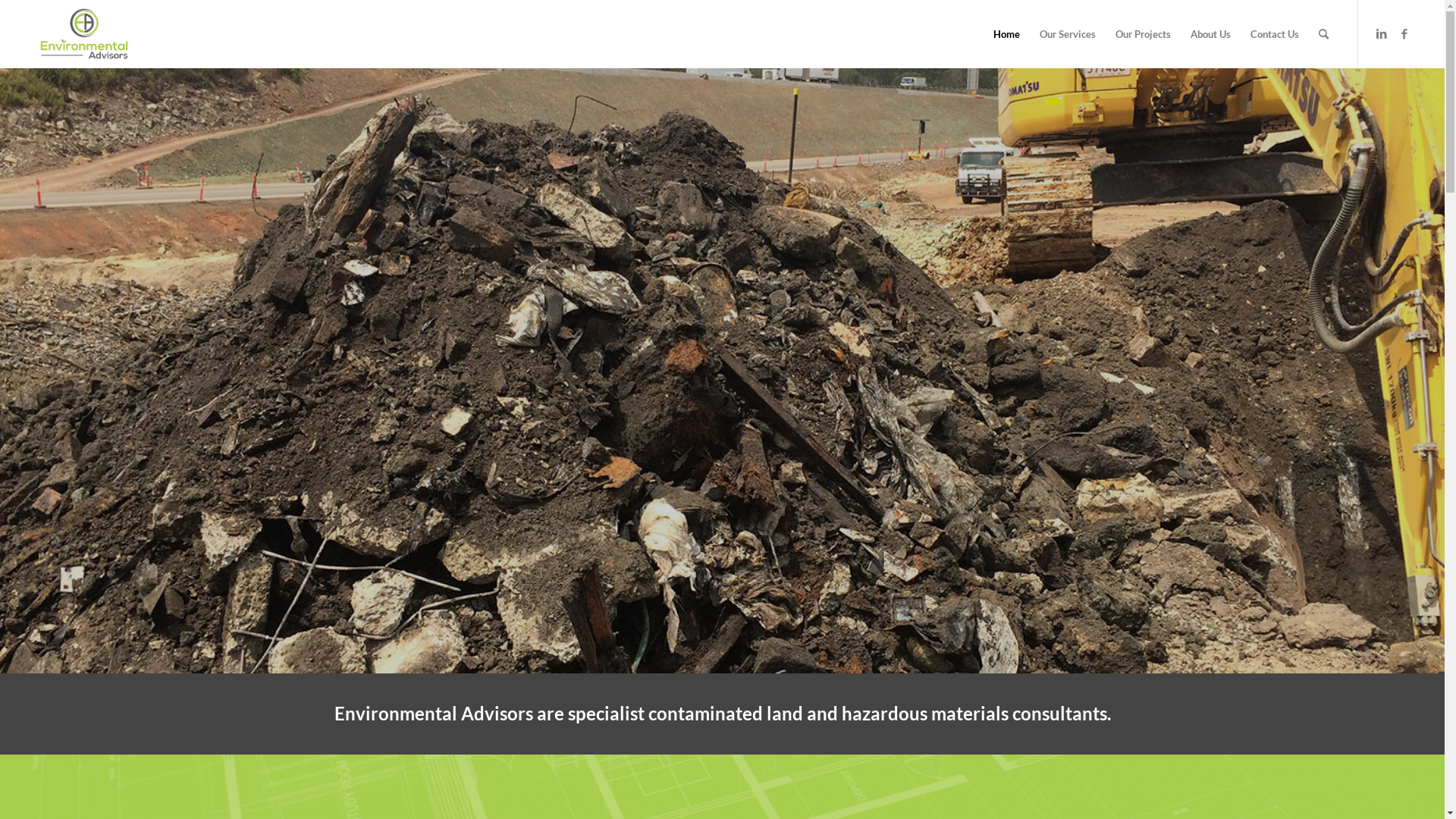  Describe the element at coordinates (1404, 33) in the screenshot. I see `'Facebook'` at that location.